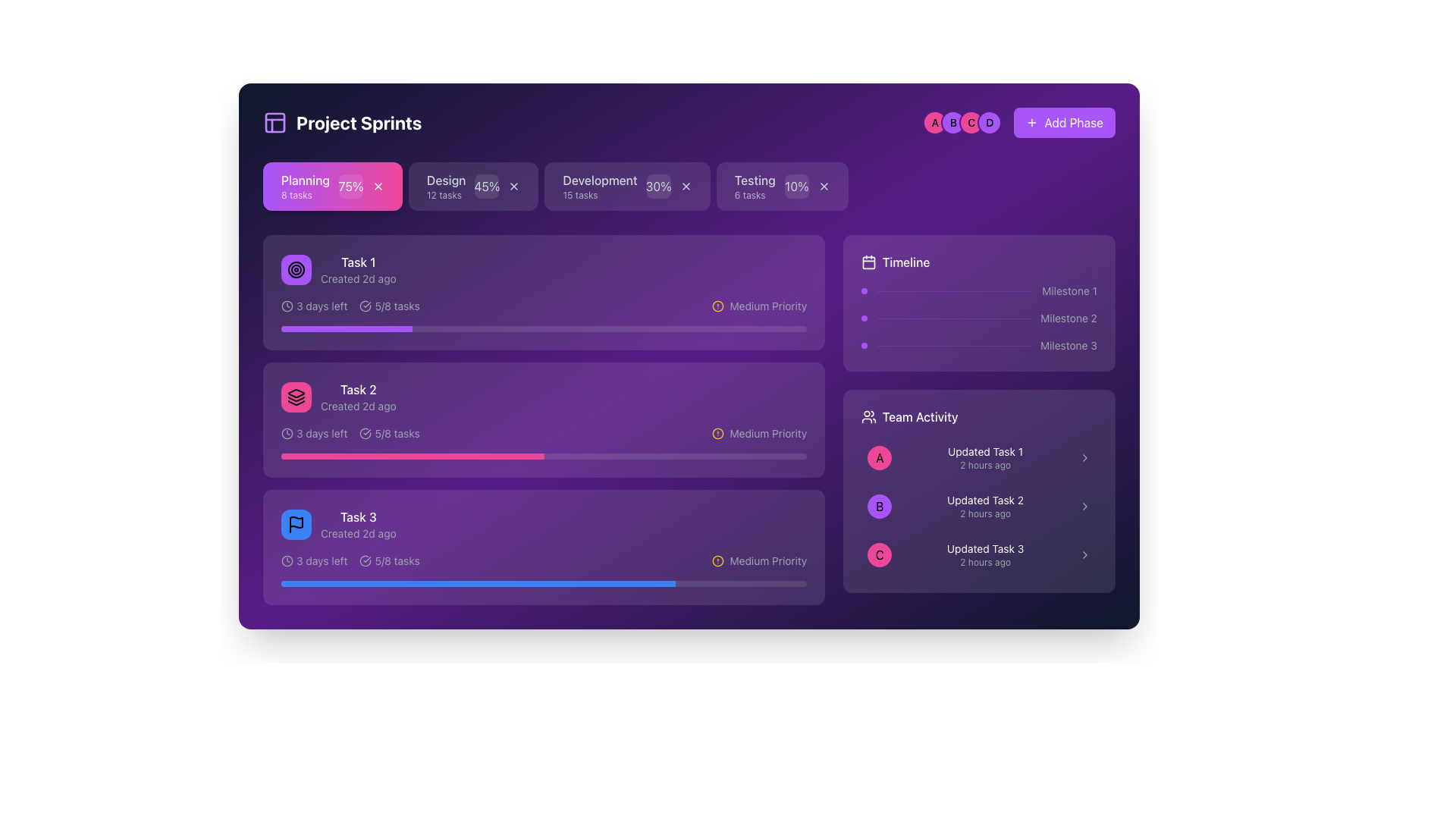 The height and width of the screenshot is (819, 1456). Describe the element at coordinates (869, 262) in the screenshot. I see `the main body of the calendar icon, which is represented by a centrally positioned SVG rectangle near the top-right of the interface beside the 'Timeline' section heading` at that location.